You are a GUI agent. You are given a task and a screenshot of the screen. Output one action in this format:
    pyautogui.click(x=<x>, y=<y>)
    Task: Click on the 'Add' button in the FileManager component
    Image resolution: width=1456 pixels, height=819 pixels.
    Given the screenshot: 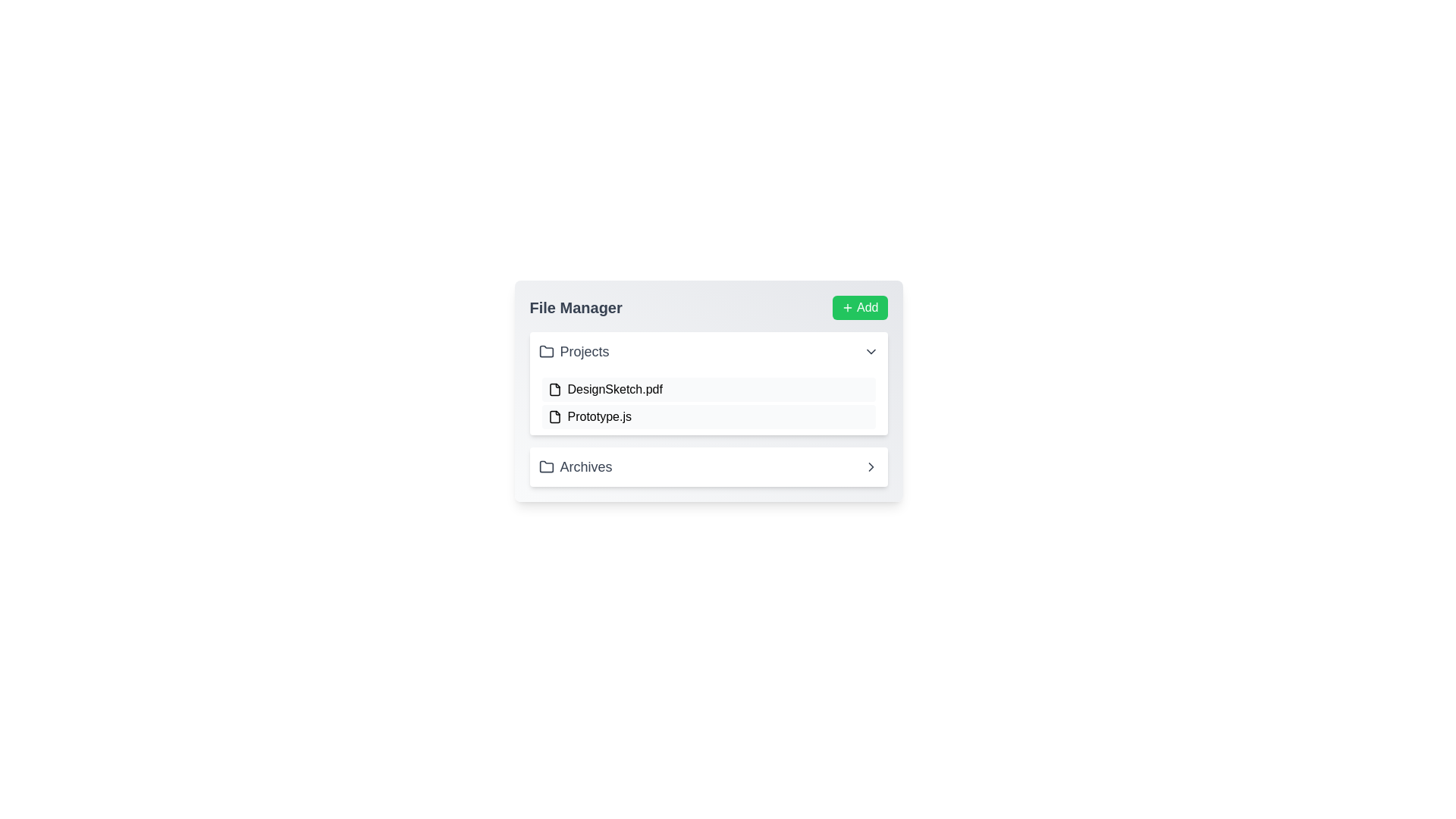 What is the action you would take?
    pyautogui.click(x=860, y=307)
    